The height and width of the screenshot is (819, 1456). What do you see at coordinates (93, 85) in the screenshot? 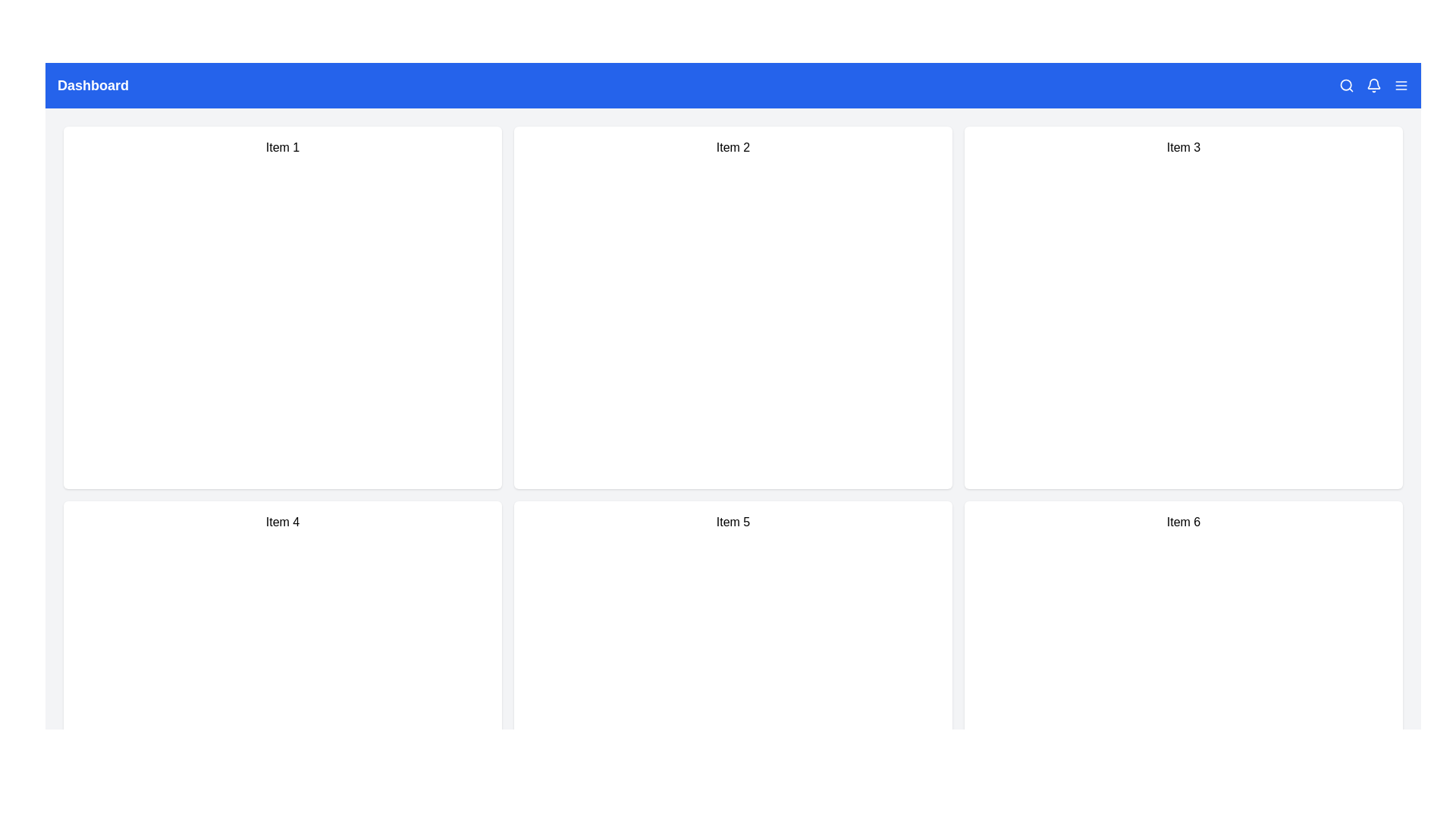
I see `the bold text label displaying 'Dashboard' in white against a blue background, located at the top-left corner of the page` at bounding box center [93, 85].